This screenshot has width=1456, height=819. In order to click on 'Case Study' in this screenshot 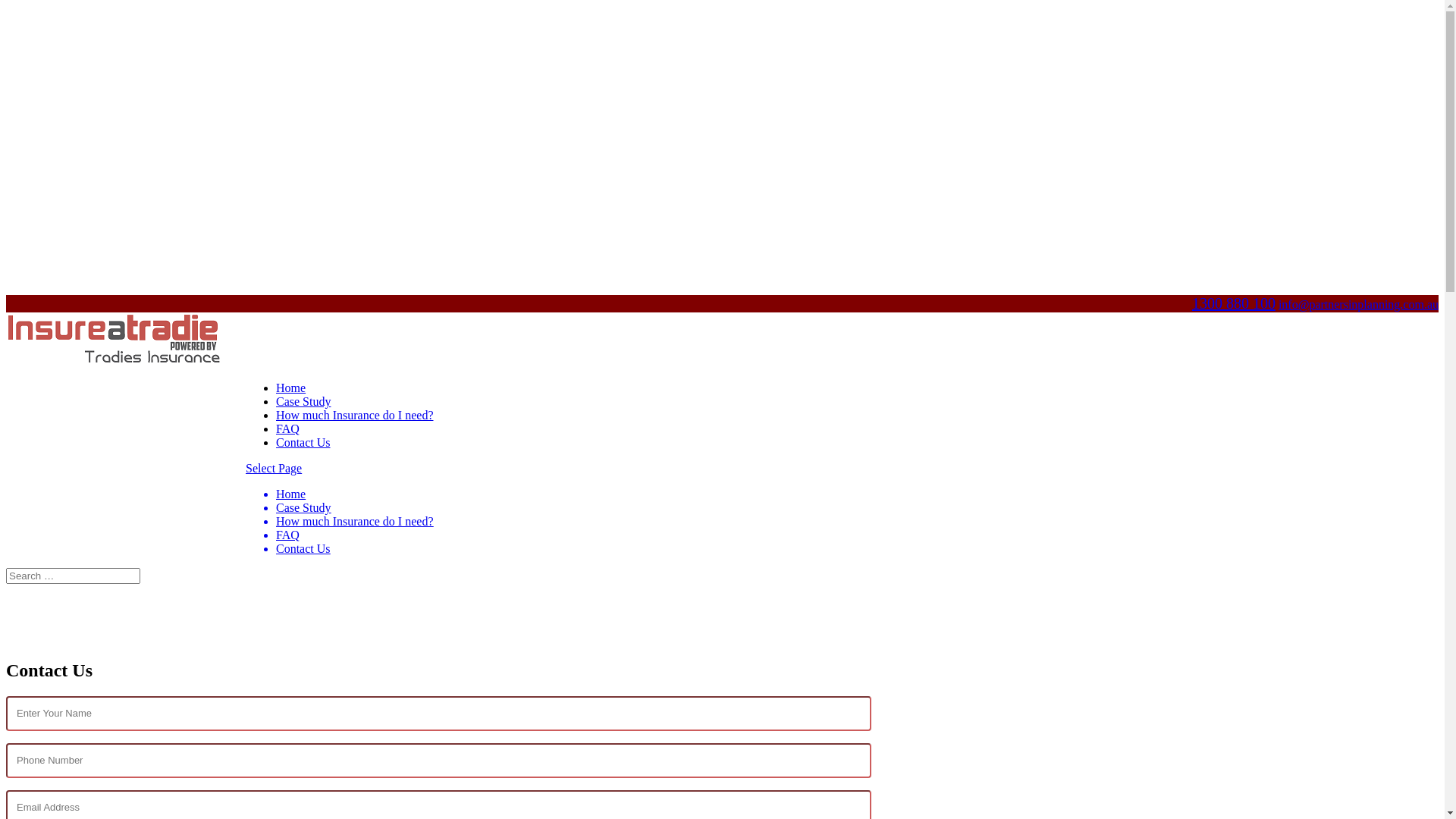, I will do `click(303, 507)`.